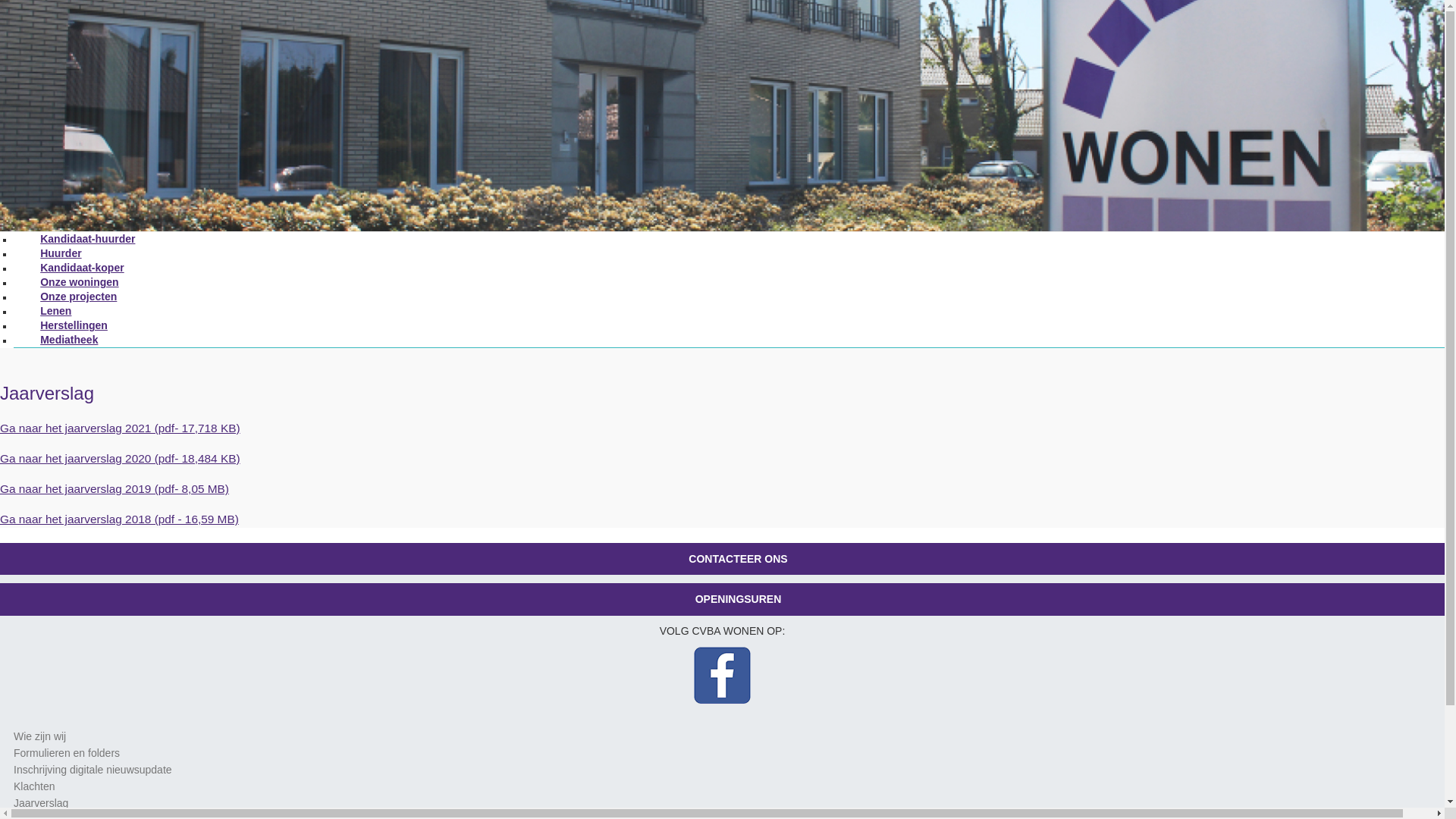 This screenshot has width=1456, height=819. I want to click on 'Inschrijving digitale nieuwsupdate', so click(92, 769).